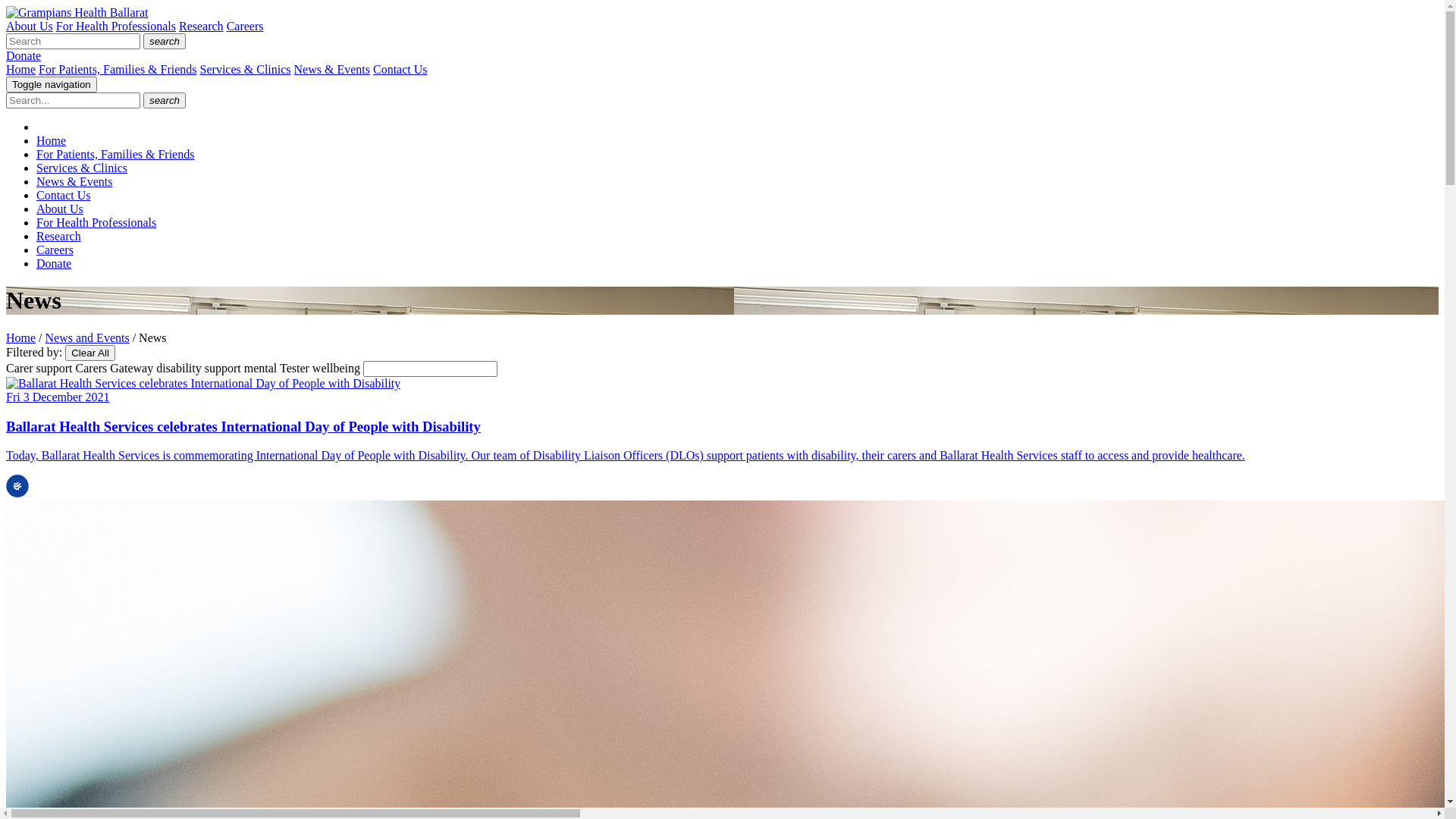 The height and width of the screenshot is (819, 1456). What do you see at coordinates (200, 26) in the screenshot?
I see `'Research'` at bounding box center [200, 26].